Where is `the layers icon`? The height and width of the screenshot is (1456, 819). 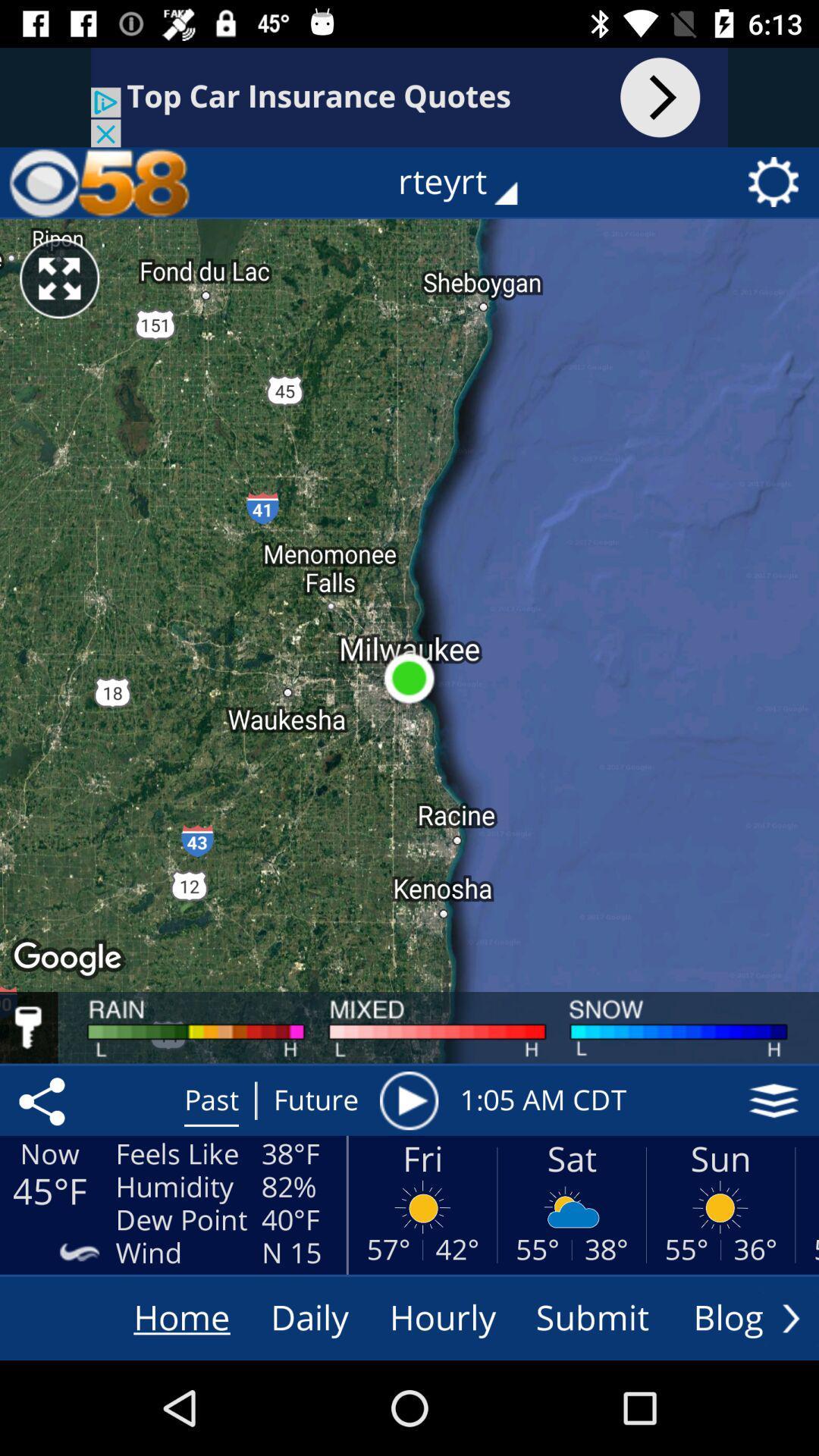
the layers icon is located at coordinates (773, 1100).